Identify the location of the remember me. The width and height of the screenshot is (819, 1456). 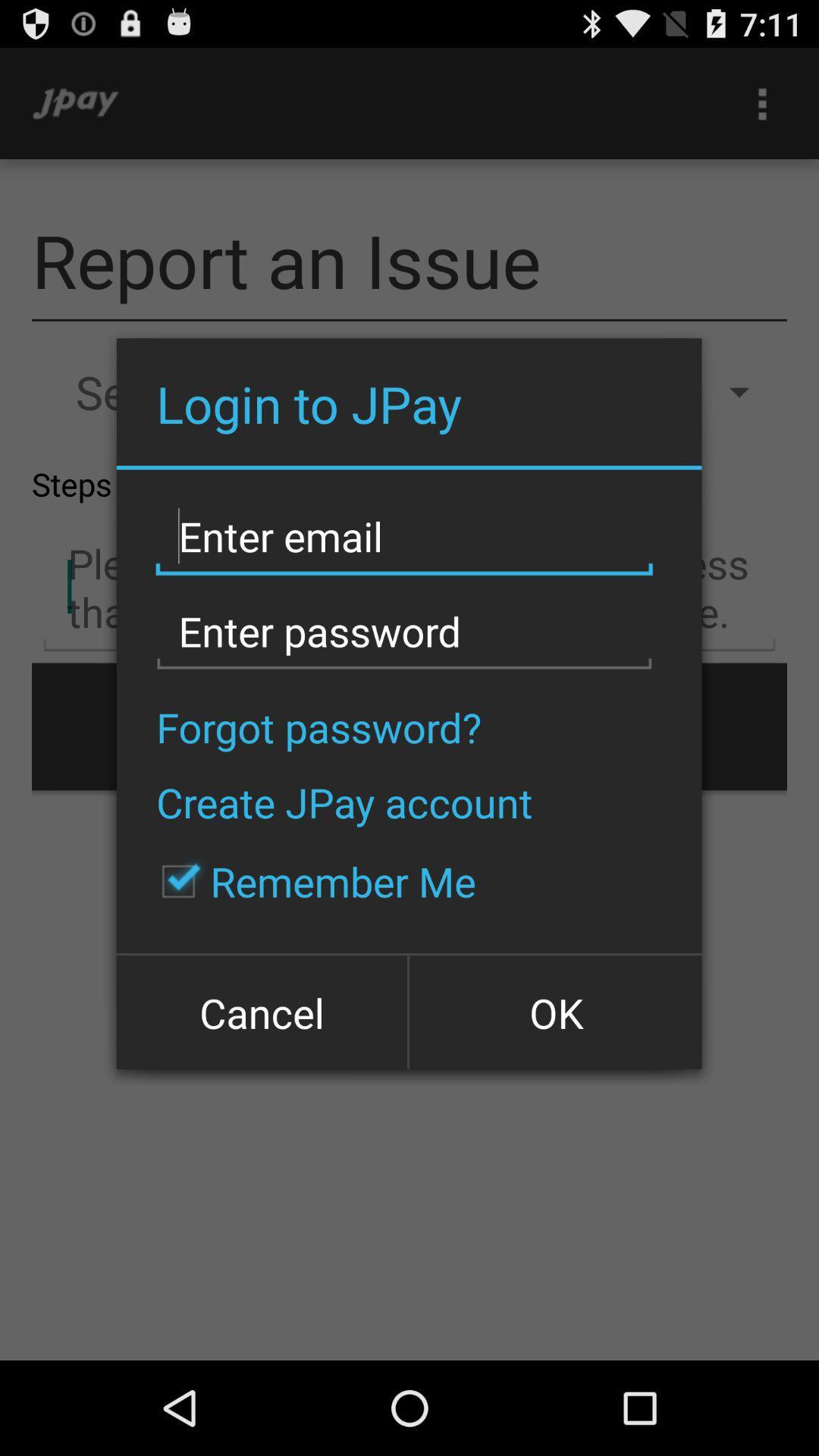
(310, 881).